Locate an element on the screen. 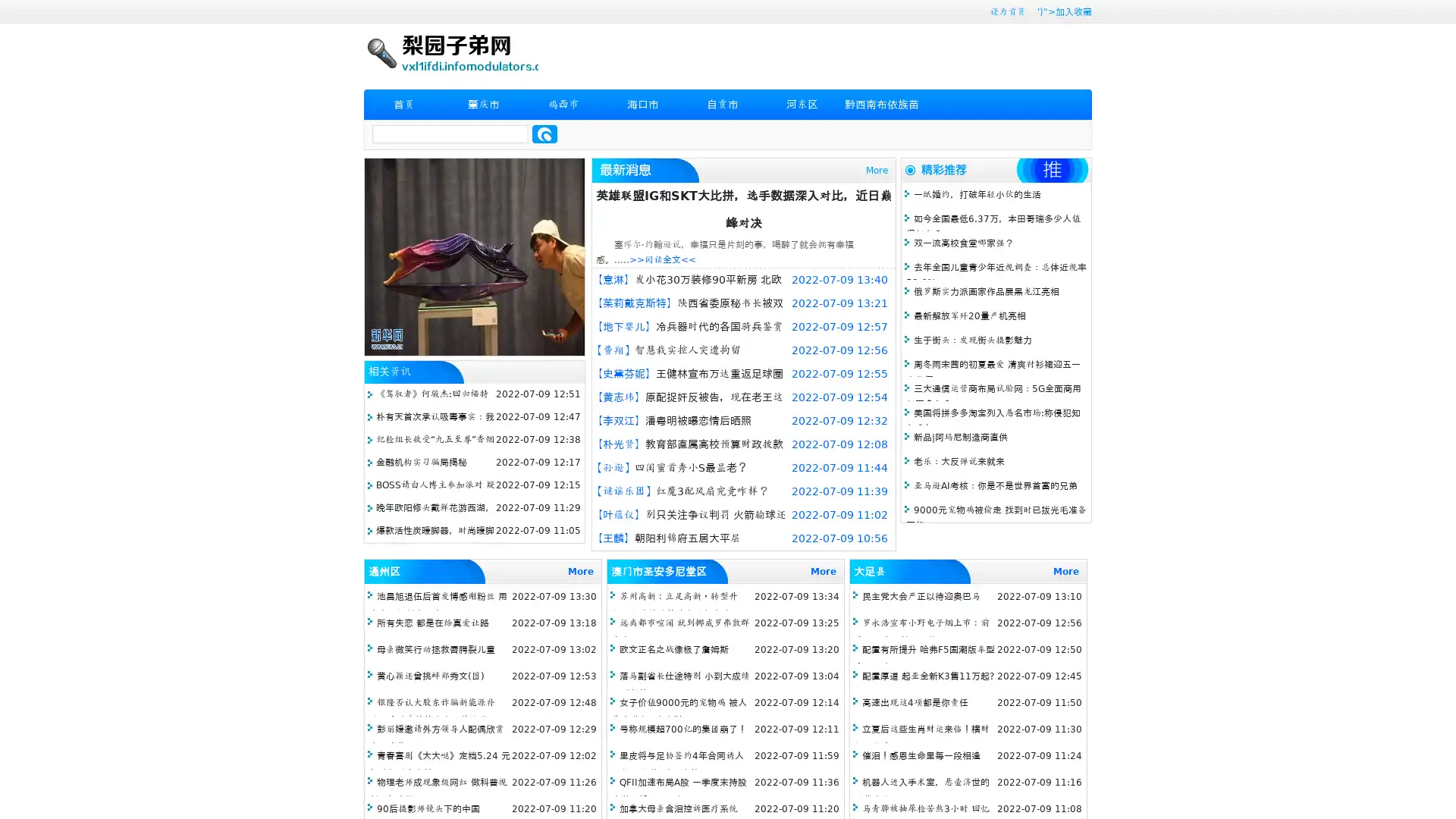 The width and height of the screenshot is (1456, 819). Search is located at coordinates (544, 133).